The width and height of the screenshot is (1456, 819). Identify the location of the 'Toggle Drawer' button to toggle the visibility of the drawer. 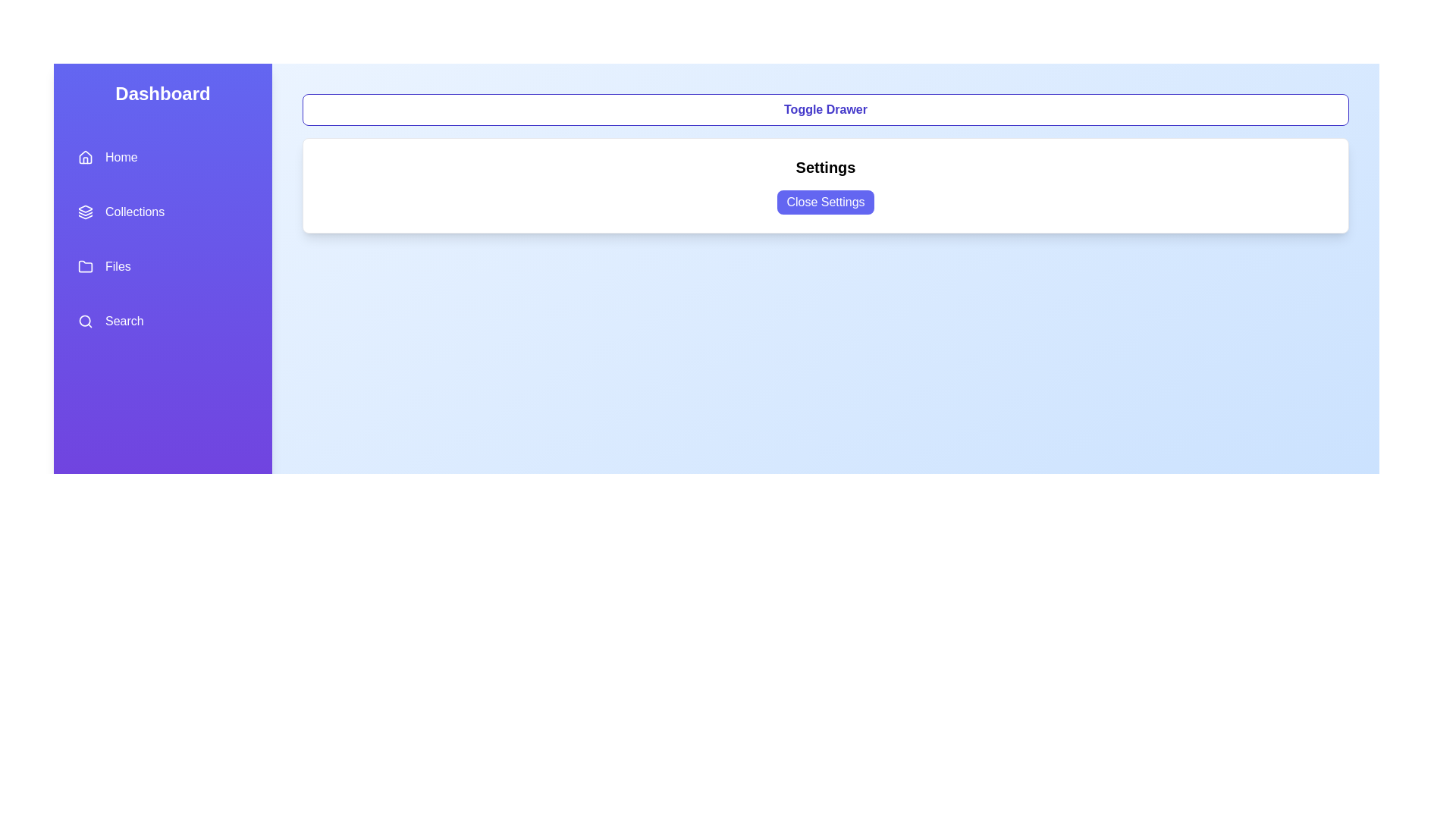
(825, 109).